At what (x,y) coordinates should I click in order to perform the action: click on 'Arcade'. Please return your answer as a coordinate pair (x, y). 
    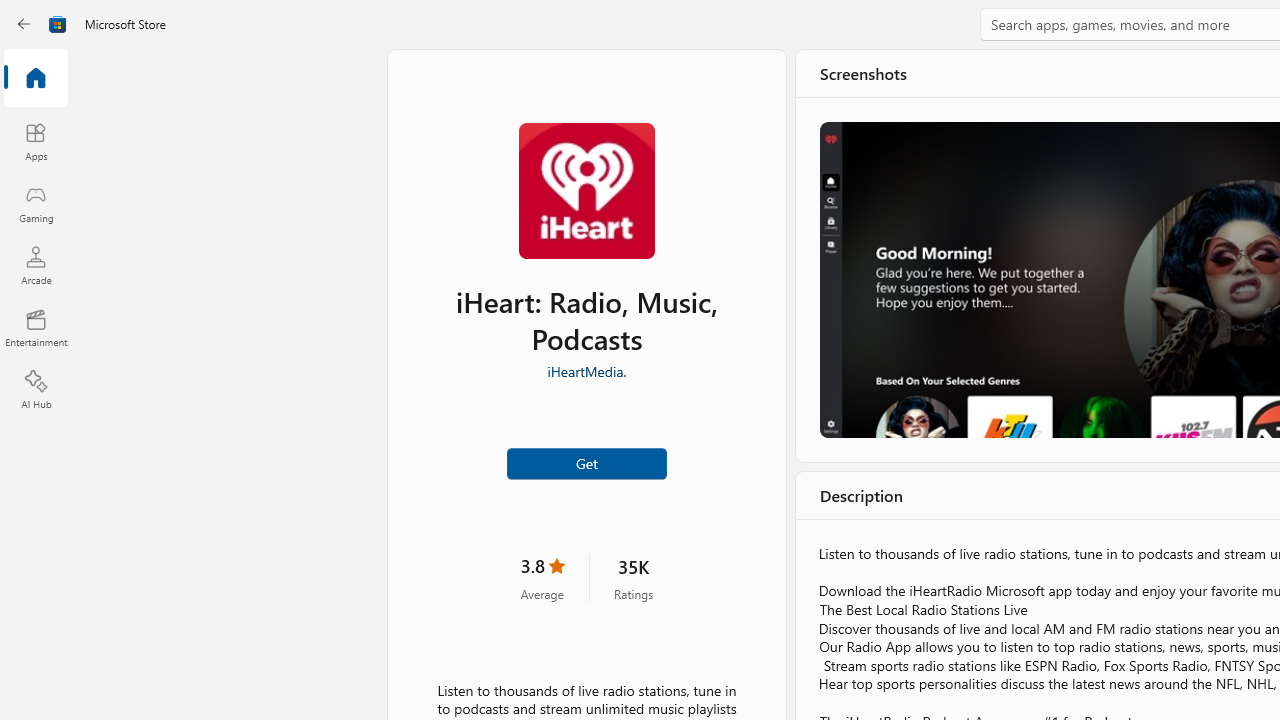
    Looking at the image, I should click on (35, 264).